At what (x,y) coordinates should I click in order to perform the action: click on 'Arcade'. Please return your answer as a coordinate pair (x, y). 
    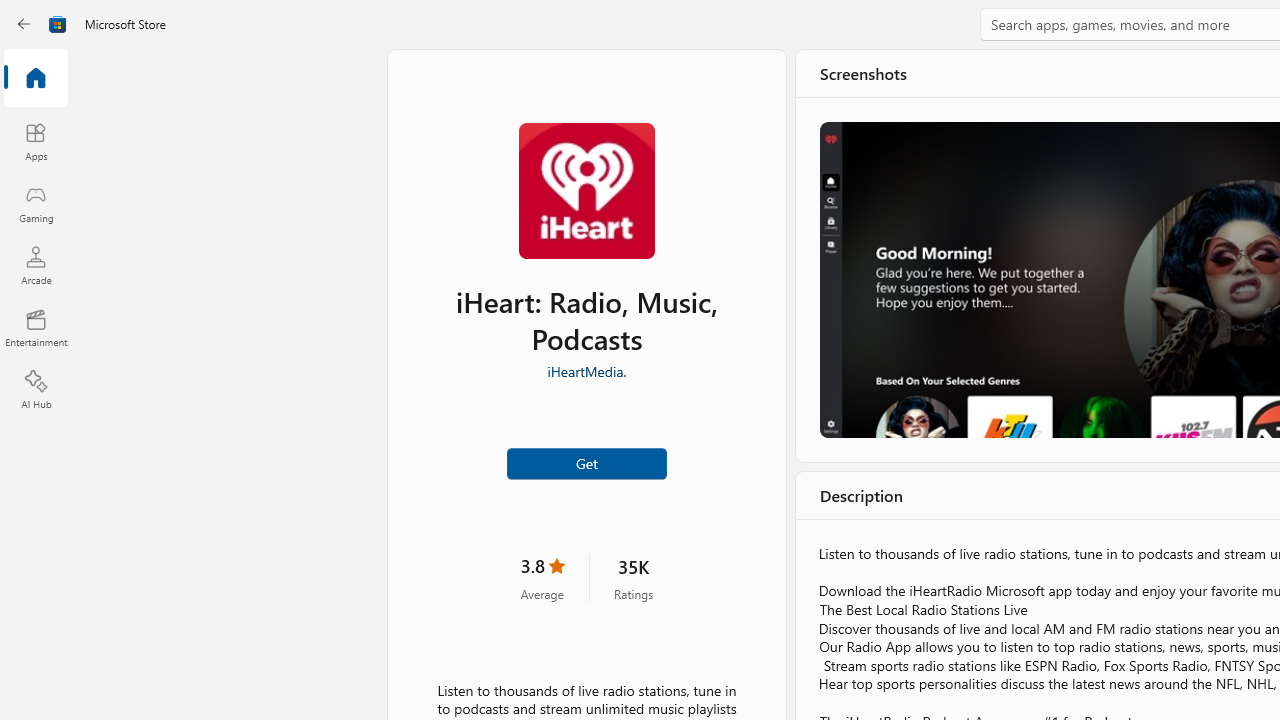
    Looking at the image, I should click on (35, 264).